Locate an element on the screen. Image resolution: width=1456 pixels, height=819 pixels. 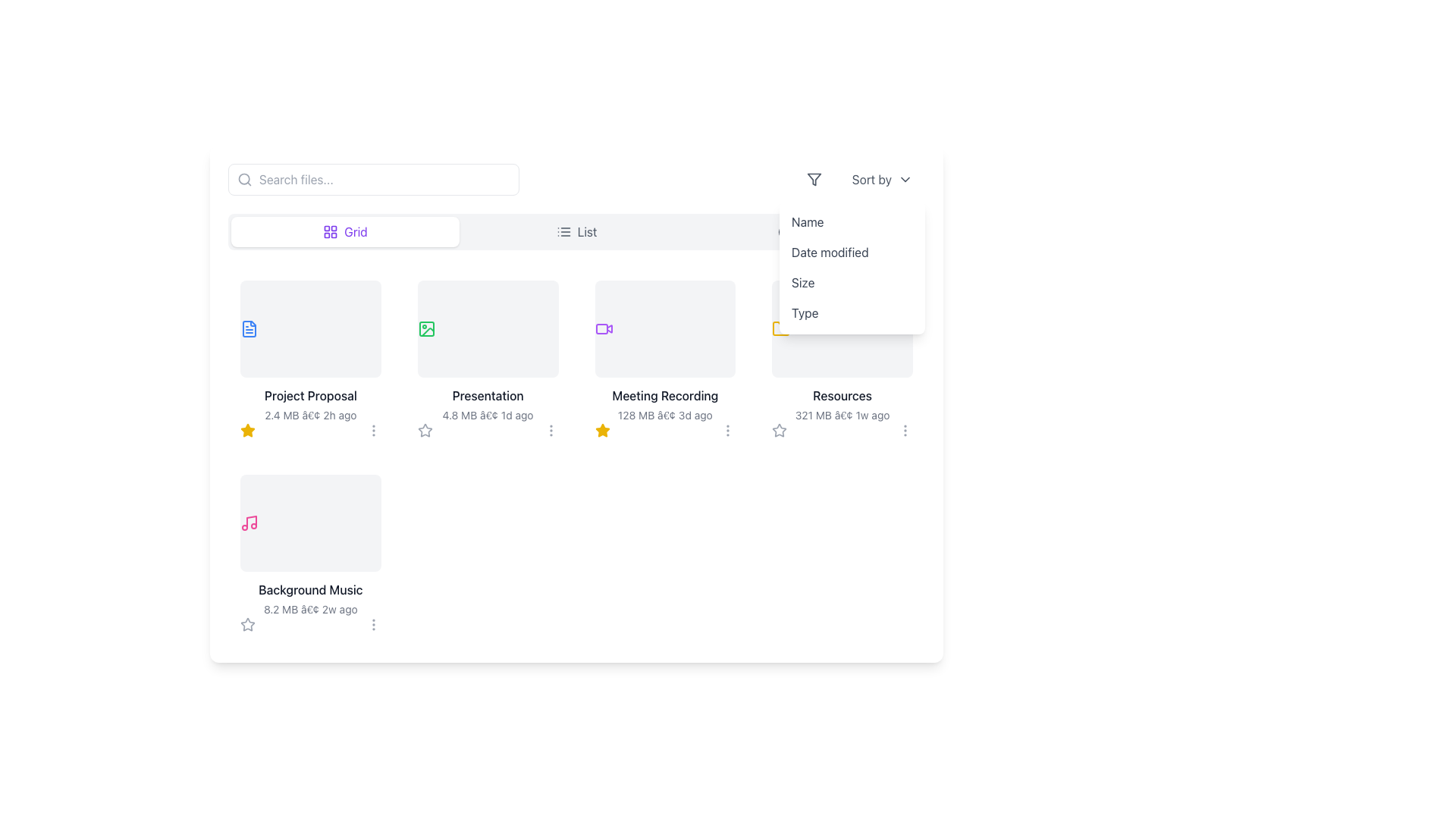
the 'List' toggle icon is located at coordinates (563, 231).